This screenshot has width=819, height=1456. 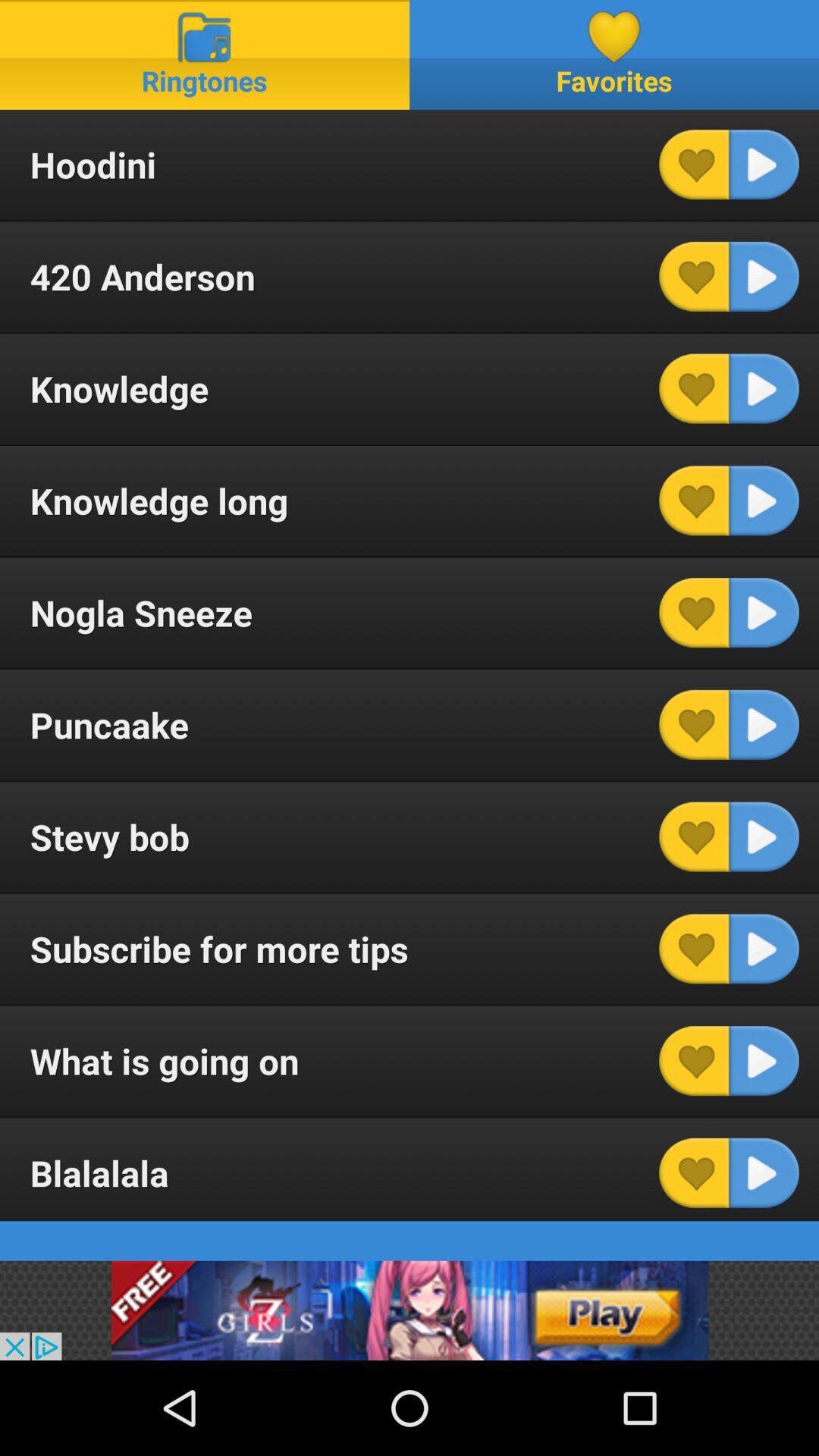 I want to click on button, so click(x=694, y=723).